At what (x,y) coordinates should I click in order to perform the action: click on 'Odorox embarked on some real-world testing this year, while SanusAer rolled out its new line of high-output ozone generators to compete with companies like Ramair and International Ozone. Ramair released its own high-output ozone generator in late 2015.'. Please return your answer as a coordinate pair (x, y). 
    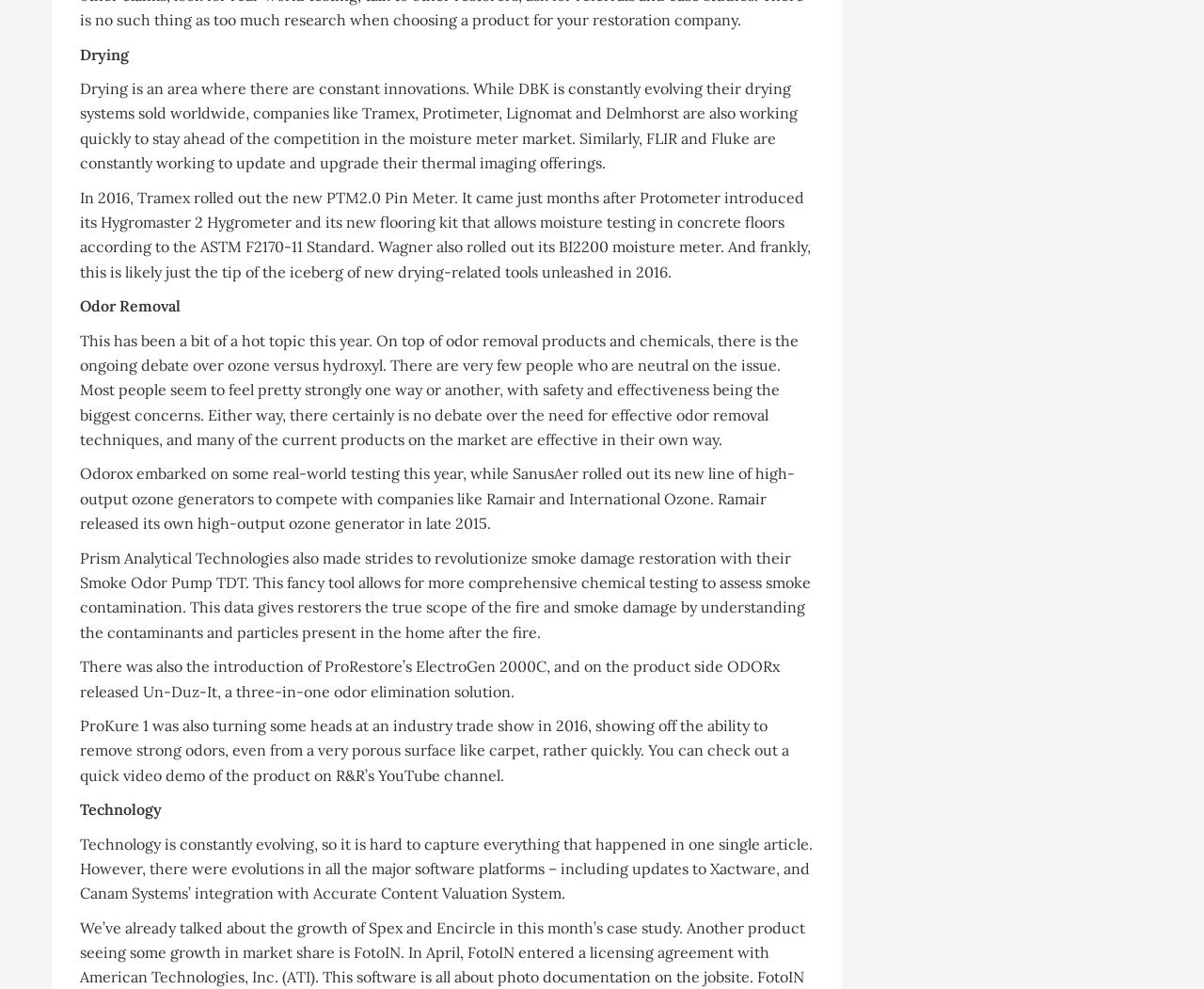
    Looking at the image, I should click on (436, 497).